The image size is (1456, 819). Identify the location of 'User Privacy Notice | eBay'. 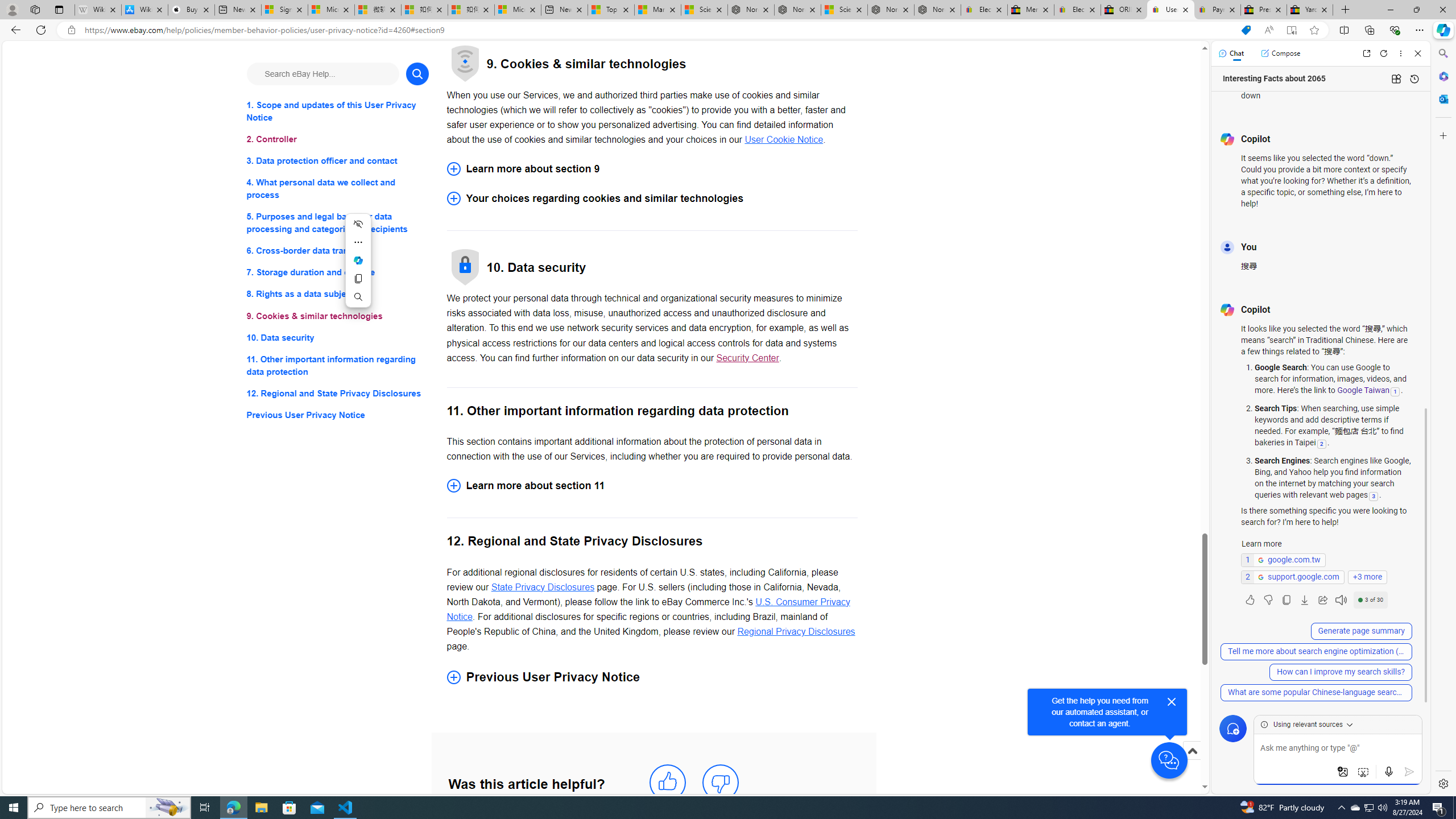
(1170, 9).